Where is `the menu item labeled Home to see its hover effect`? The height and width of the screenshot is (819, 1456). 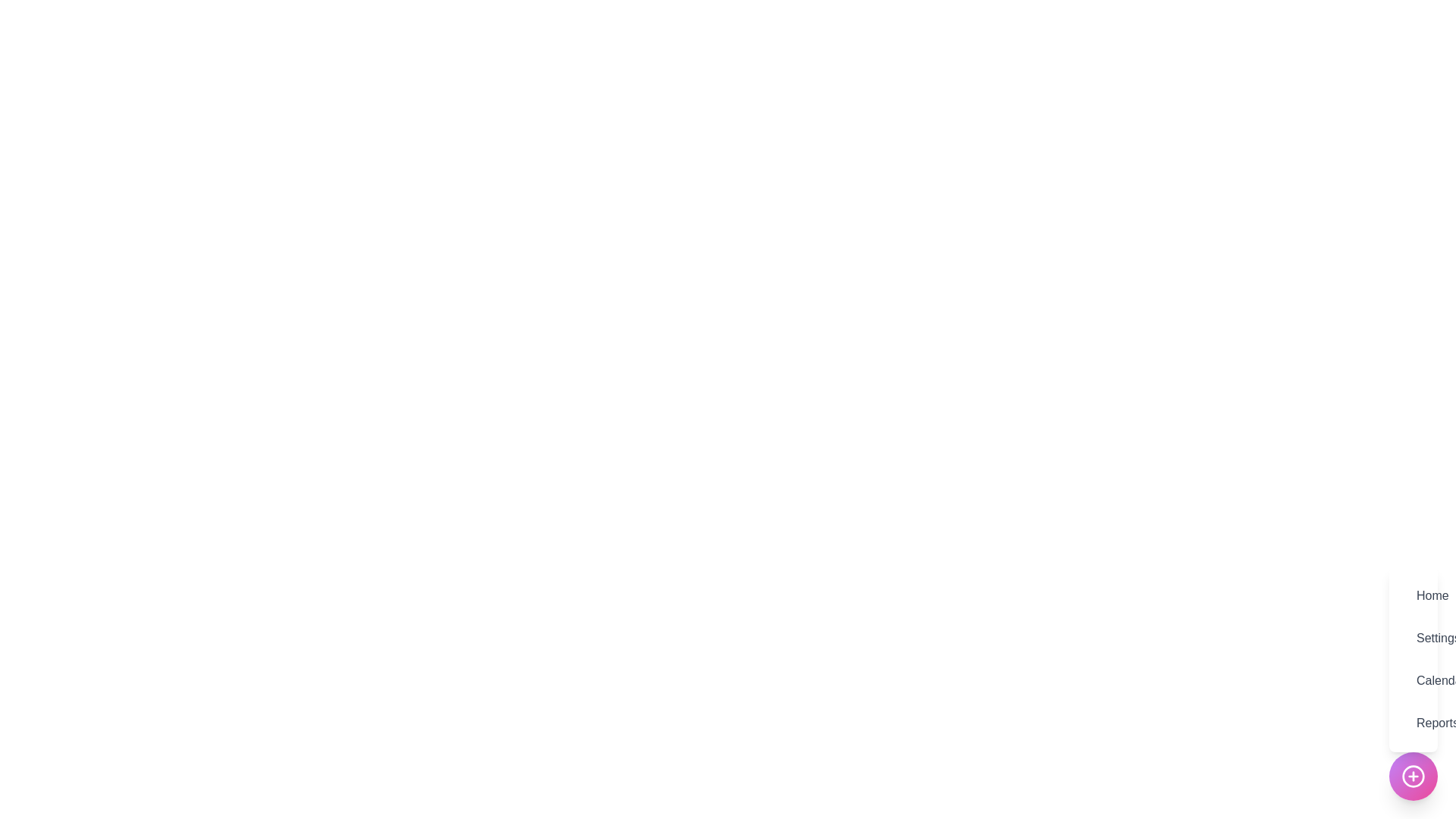 the menu item labeled Home to see its hover effect is located at coordinates (1412, 595).